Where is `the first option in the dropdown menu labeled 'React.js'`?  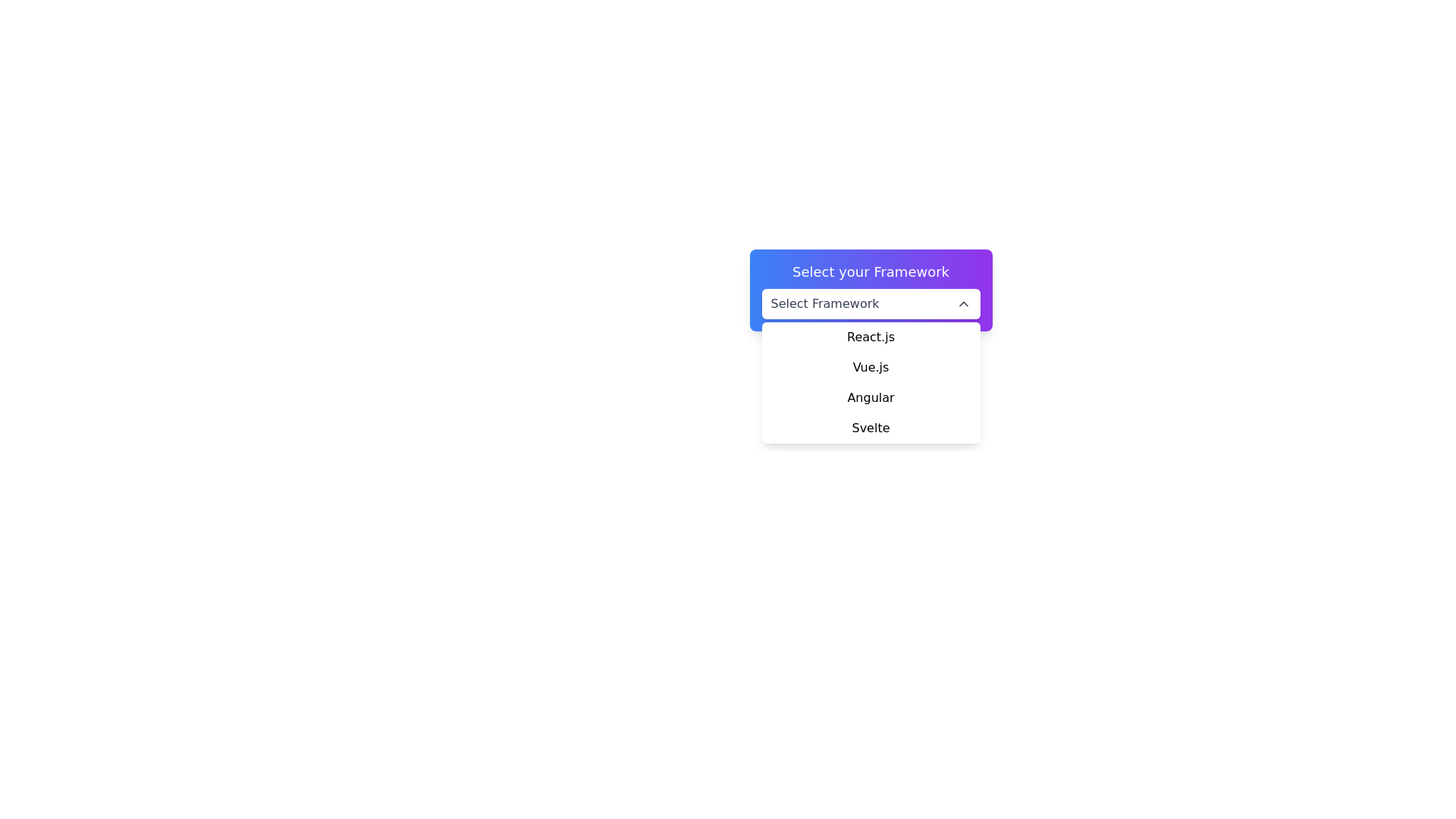 the first option in the dropdown menu labeled 'React.js' is located at coordinates (871, 336).